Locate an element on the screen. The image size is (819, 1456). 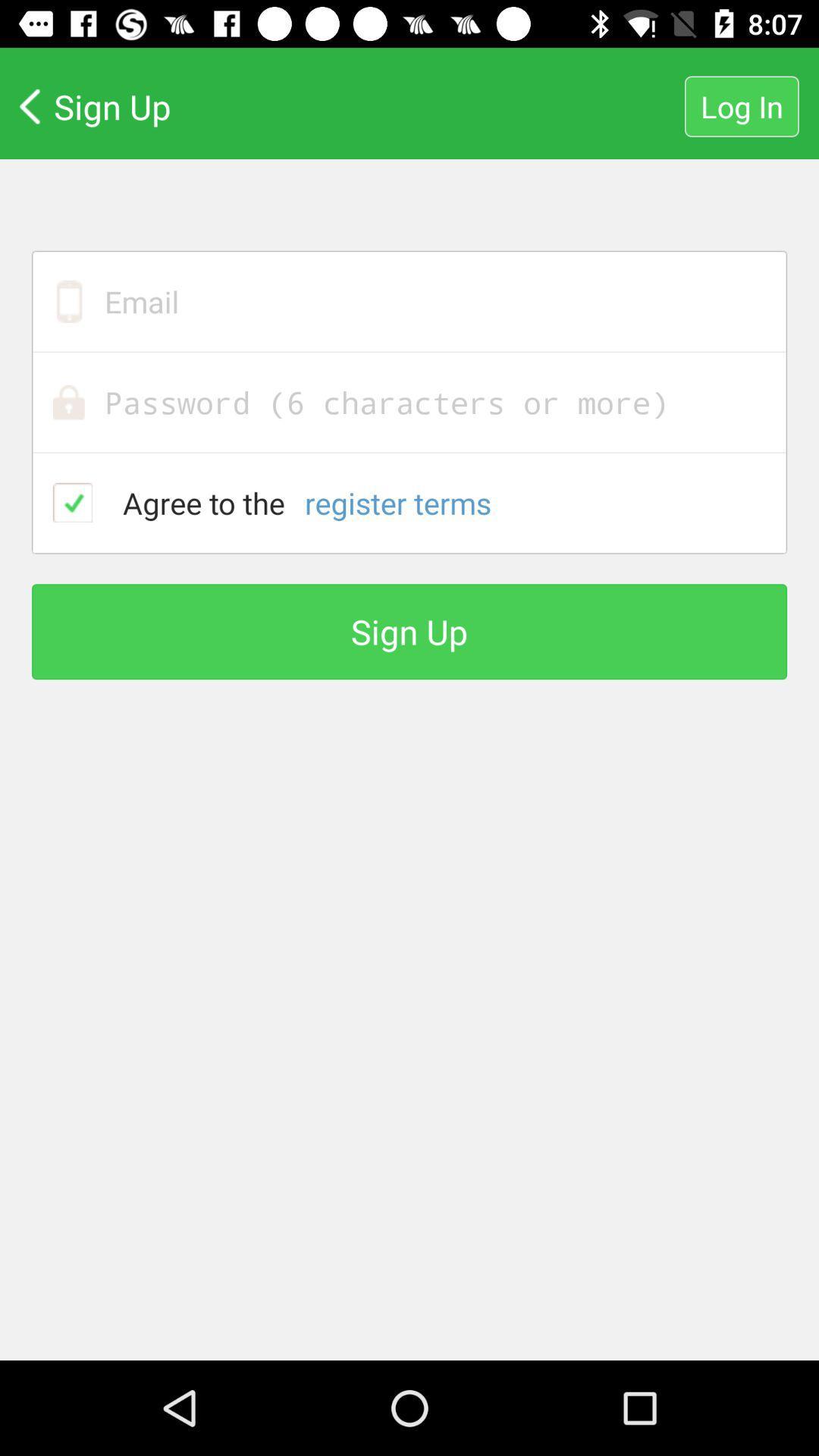
the space is used to enter the password is located at coordinates (409, 402).